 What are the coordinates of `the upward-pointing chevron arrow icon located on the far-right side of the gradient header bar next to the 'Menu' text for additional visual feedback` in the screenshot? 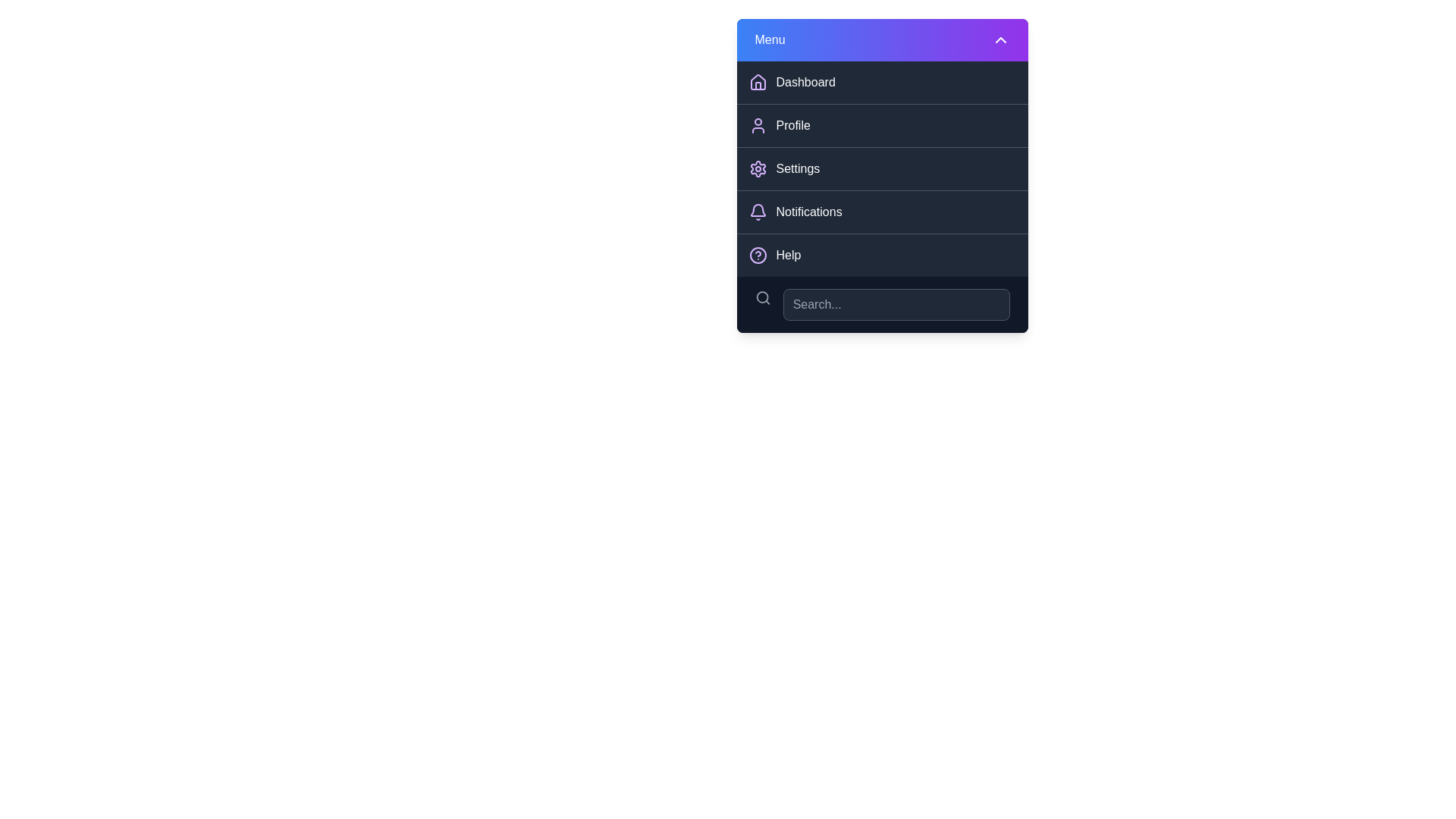 It's located at (1000, 39).